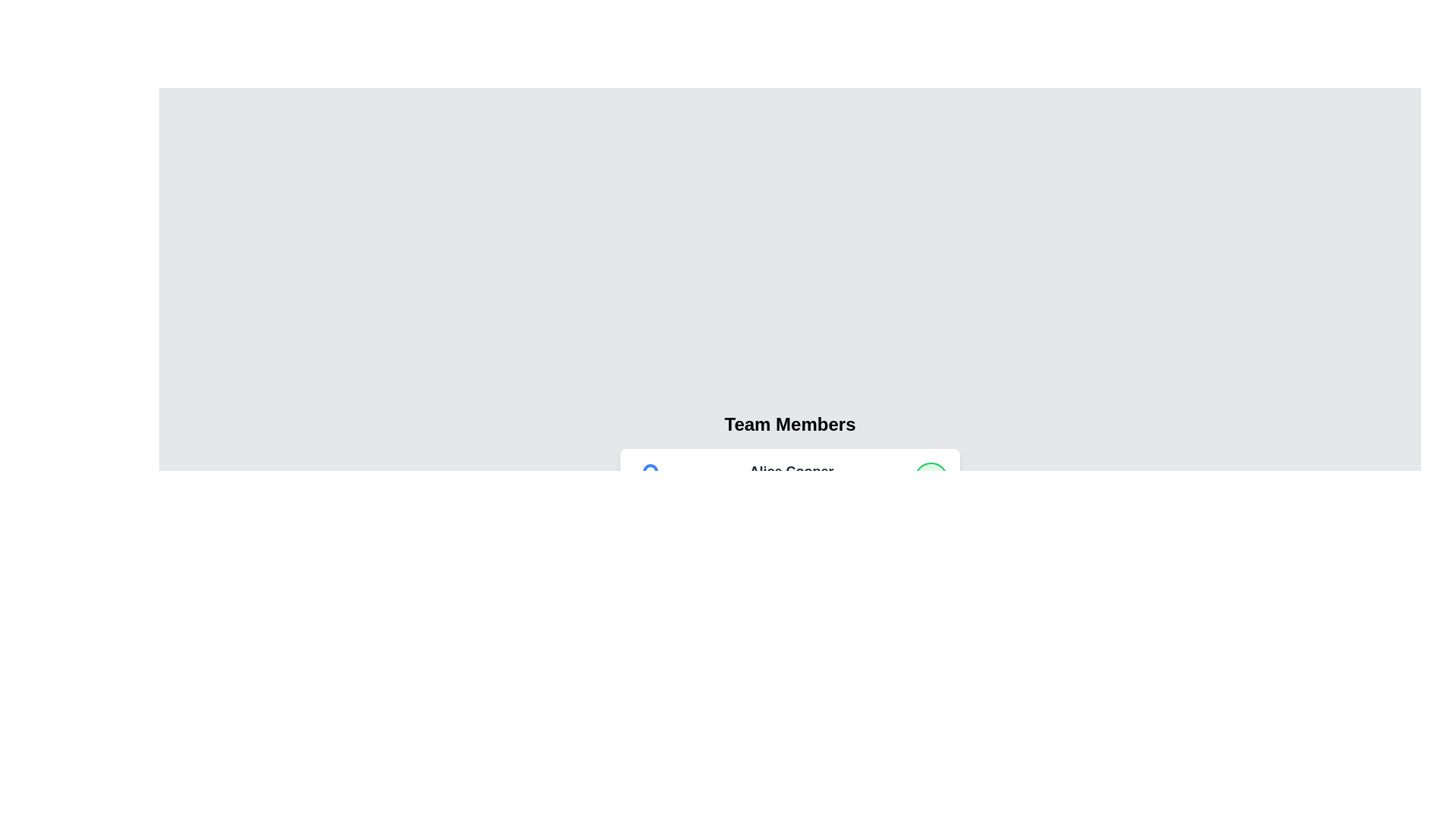 The image size is (1456, 819). What do you see at coordinates (790, 470) in the screenshot?
I see `name displayed in the text label that identifies 'Alice Cooper', which is positioned above the text 'Leader' in the UI` at bounding box center [790, 470].